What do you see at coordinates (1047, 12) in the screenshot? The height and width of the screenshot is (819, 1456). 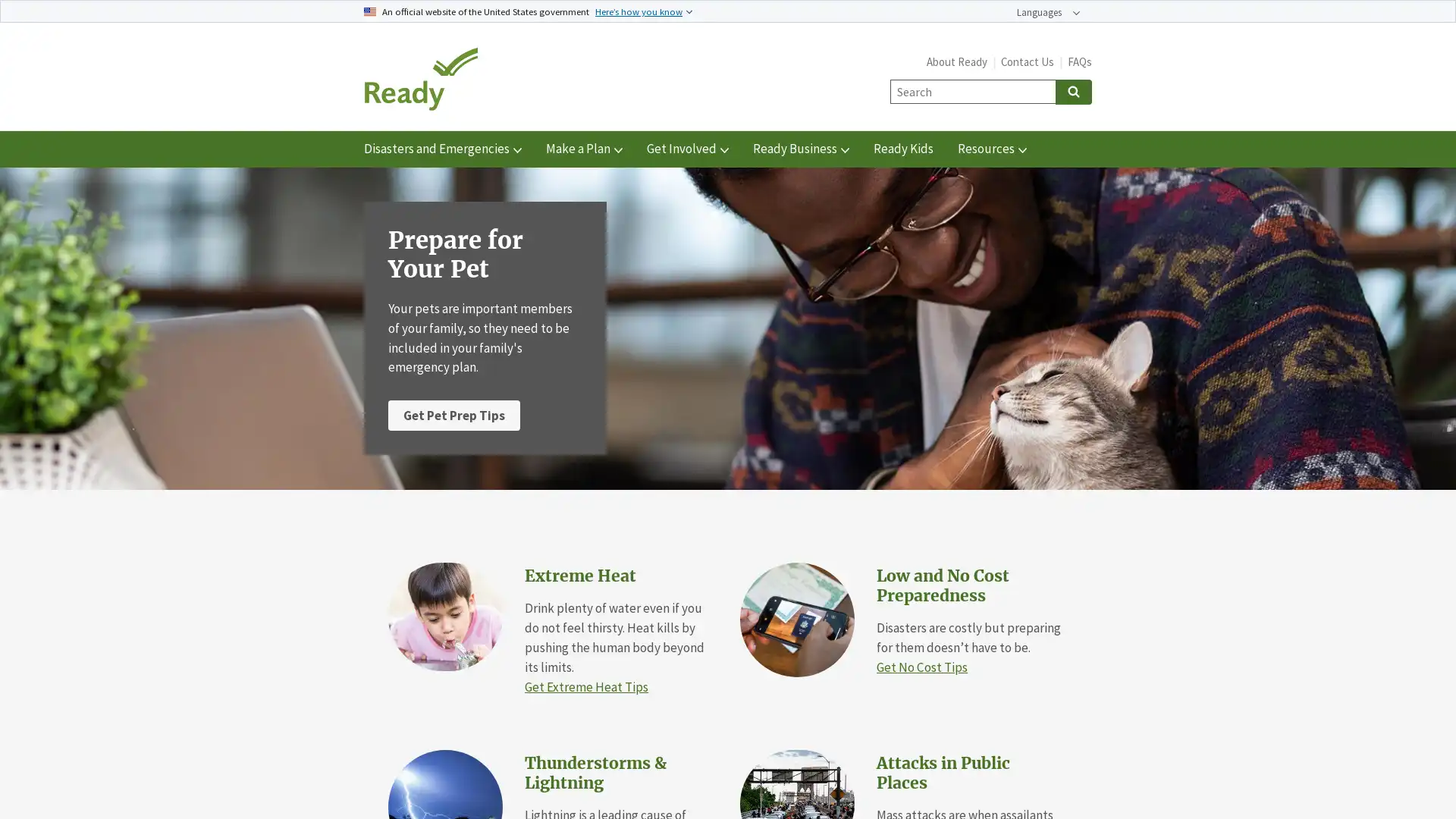 I see `Languages` at bounding box center [1047, 12].